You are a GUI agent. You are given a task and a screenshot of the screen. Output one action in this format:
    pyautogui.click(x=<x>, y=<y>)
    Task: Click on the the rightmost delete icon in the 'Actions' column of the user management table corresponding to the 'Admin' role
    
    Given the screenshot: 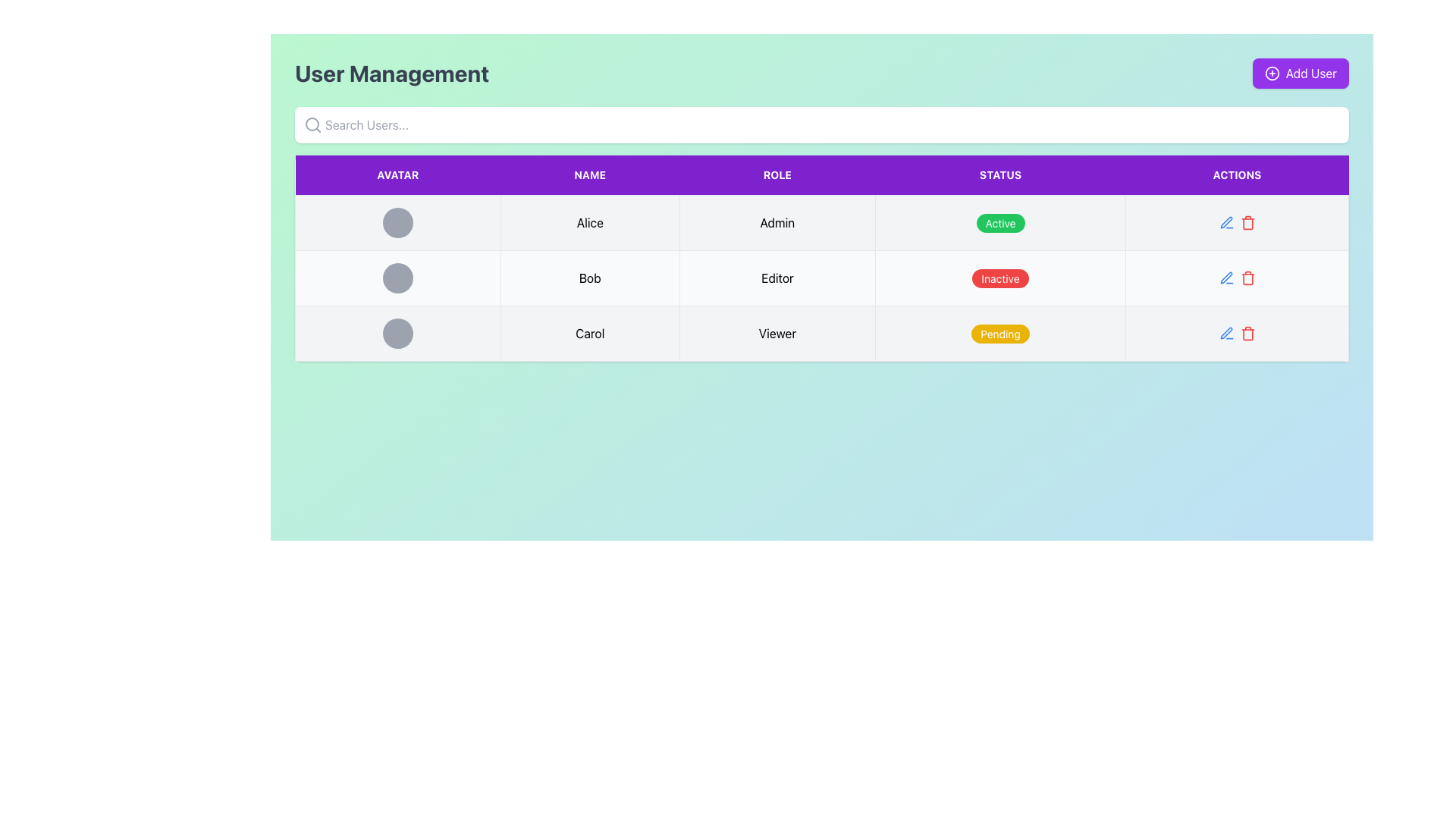 What is the action you would take?
    pyautogui.click(x=1247, y=222)
    